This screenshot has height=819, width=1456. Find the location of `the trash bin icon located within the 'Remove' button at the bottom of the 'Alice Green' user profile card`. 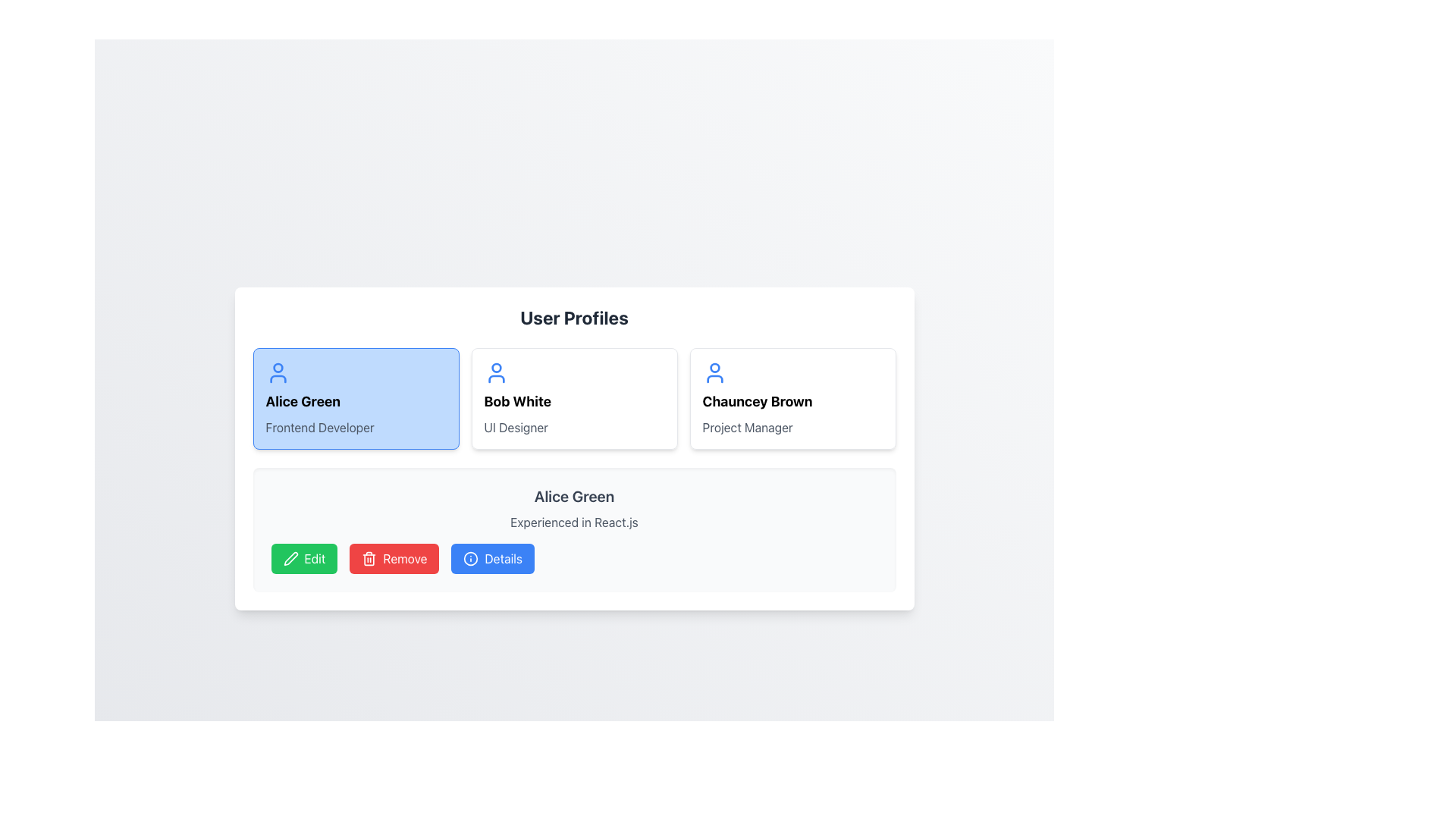

the trash bin icon located within the 'Remove' button at the bottom of the 'Alice Green' user profile card is located at coordinates (369, 558).